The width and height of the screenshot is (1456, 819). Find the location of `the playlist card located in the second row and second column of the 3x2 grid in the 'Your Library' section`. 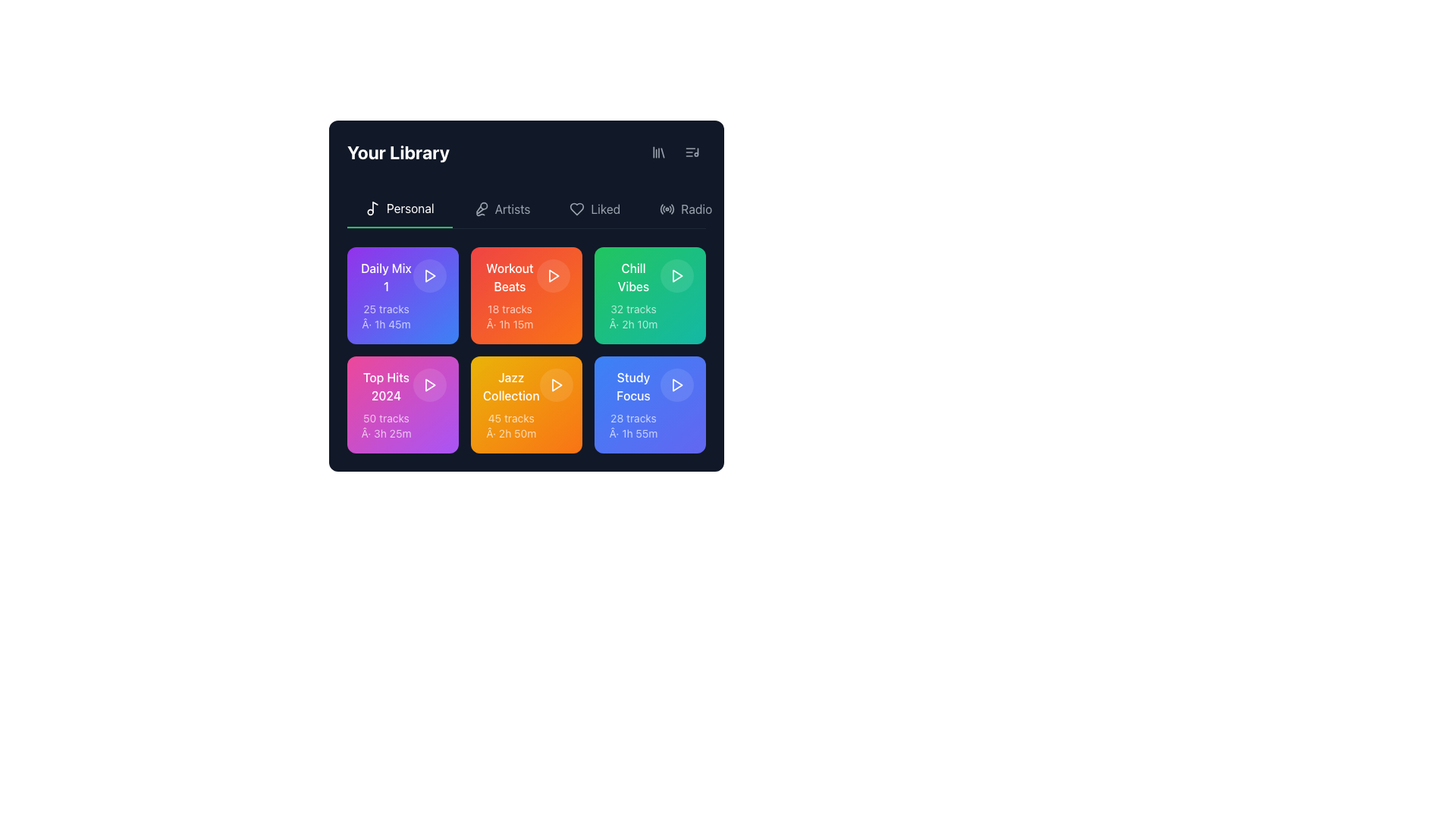

the playlist card located in the second row and second column of the 3x2 grid in the 'Your Library' section is located at coordinates (526, 350).